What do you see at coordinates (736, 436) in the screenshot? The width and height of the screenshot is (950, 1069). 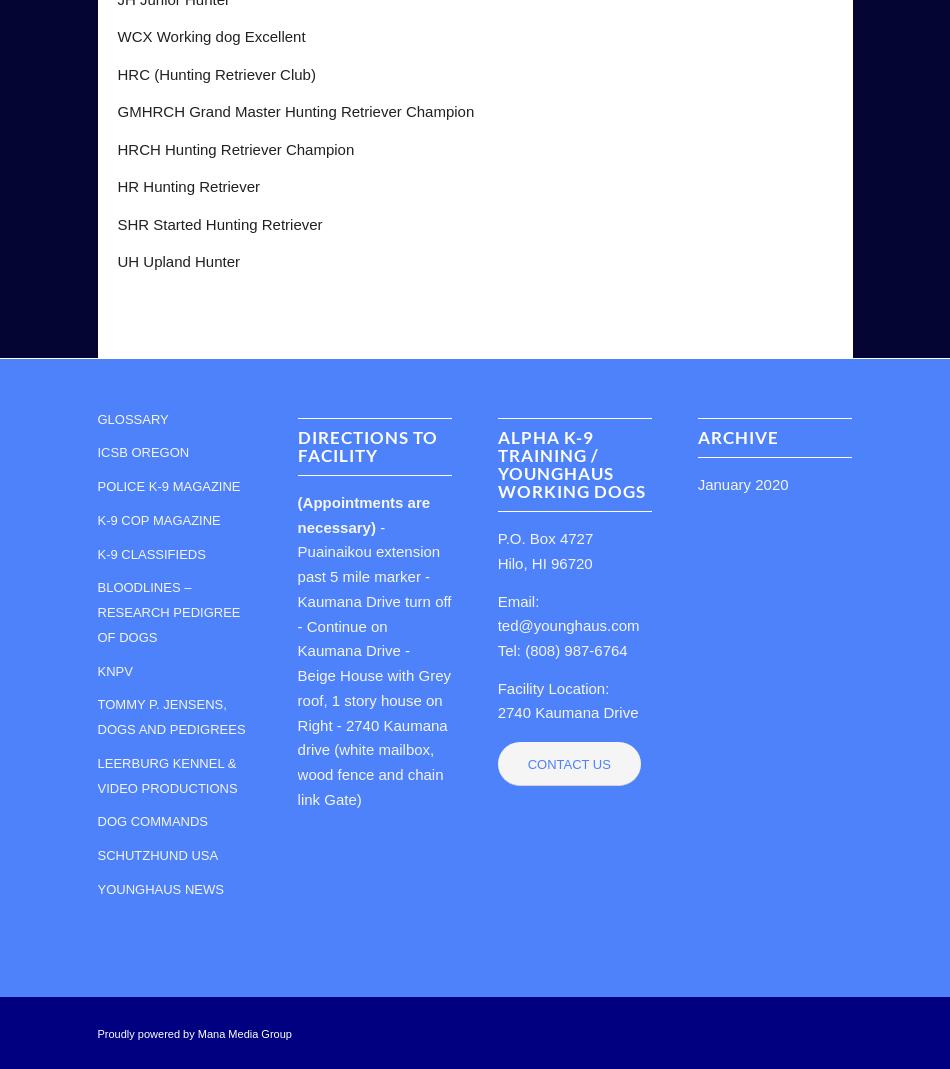 I see `'Archive'` at bounding box center [736, 436].